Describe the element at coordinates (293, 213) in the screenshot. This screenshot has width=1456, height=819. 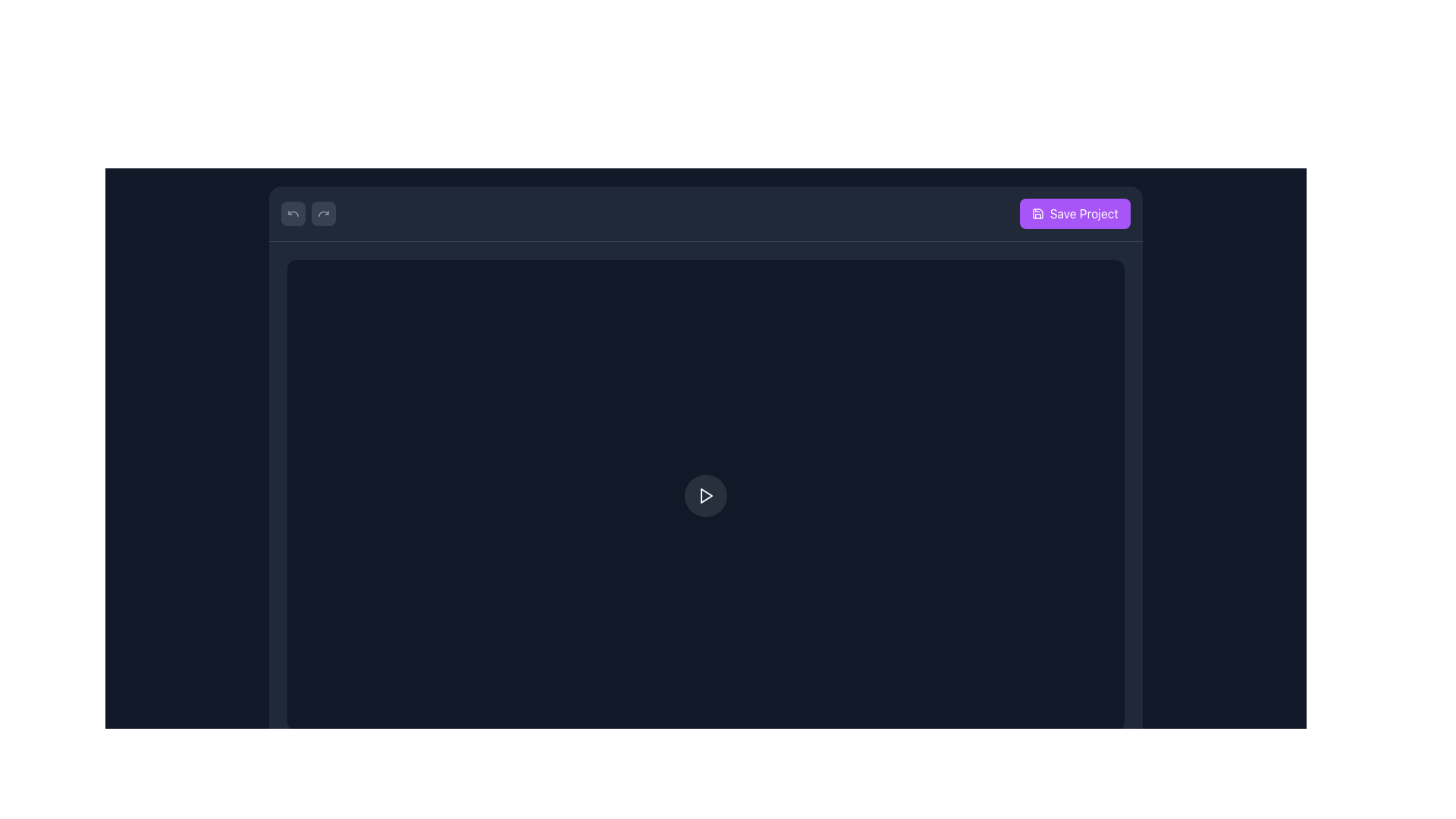
I see `the undo action icon located in a gray rounded rectangular button near the top-left corner of the interface, positioned between a close button and another icon` at that location.